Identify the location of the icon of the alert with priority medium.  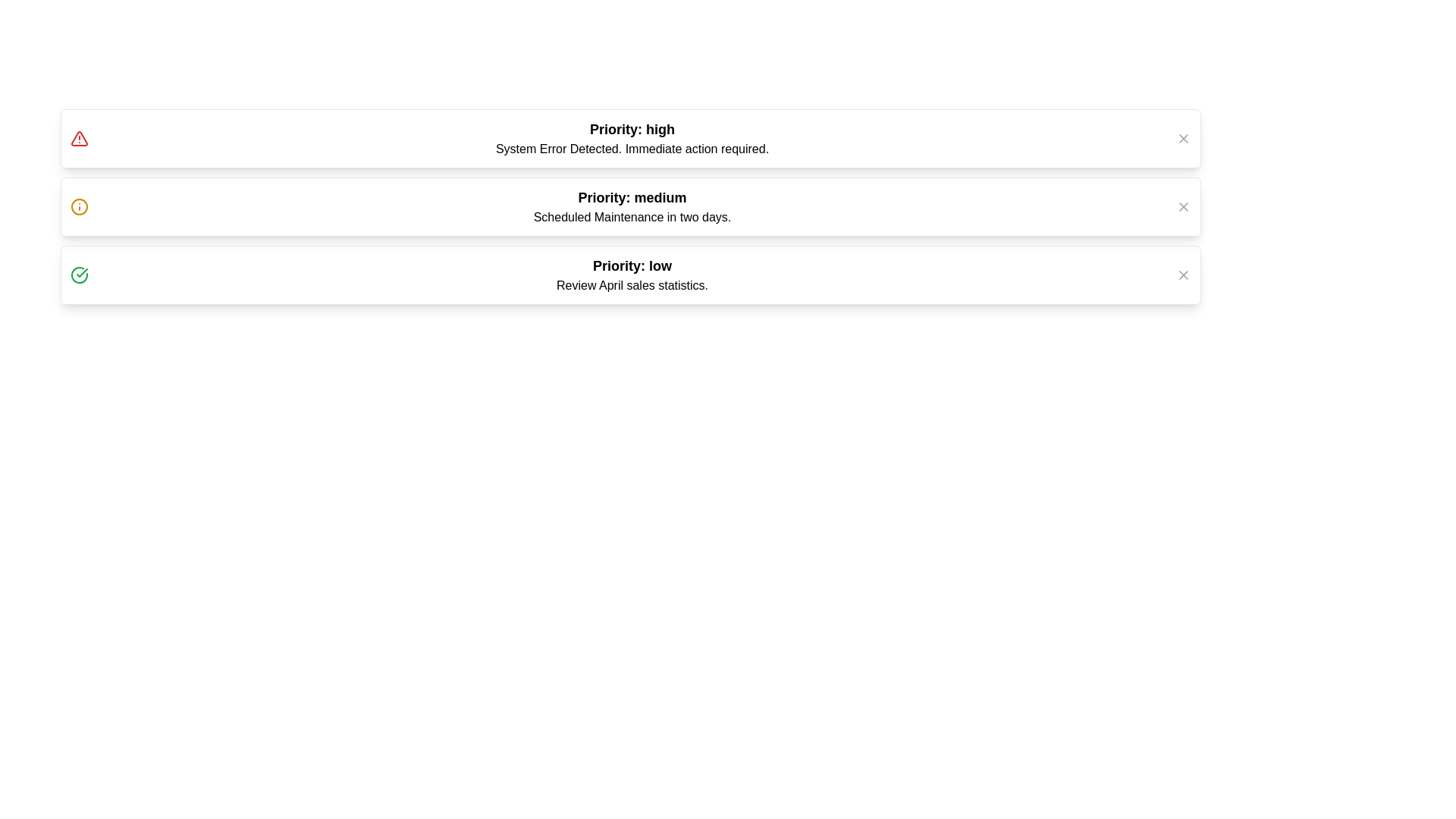
(79, 207).